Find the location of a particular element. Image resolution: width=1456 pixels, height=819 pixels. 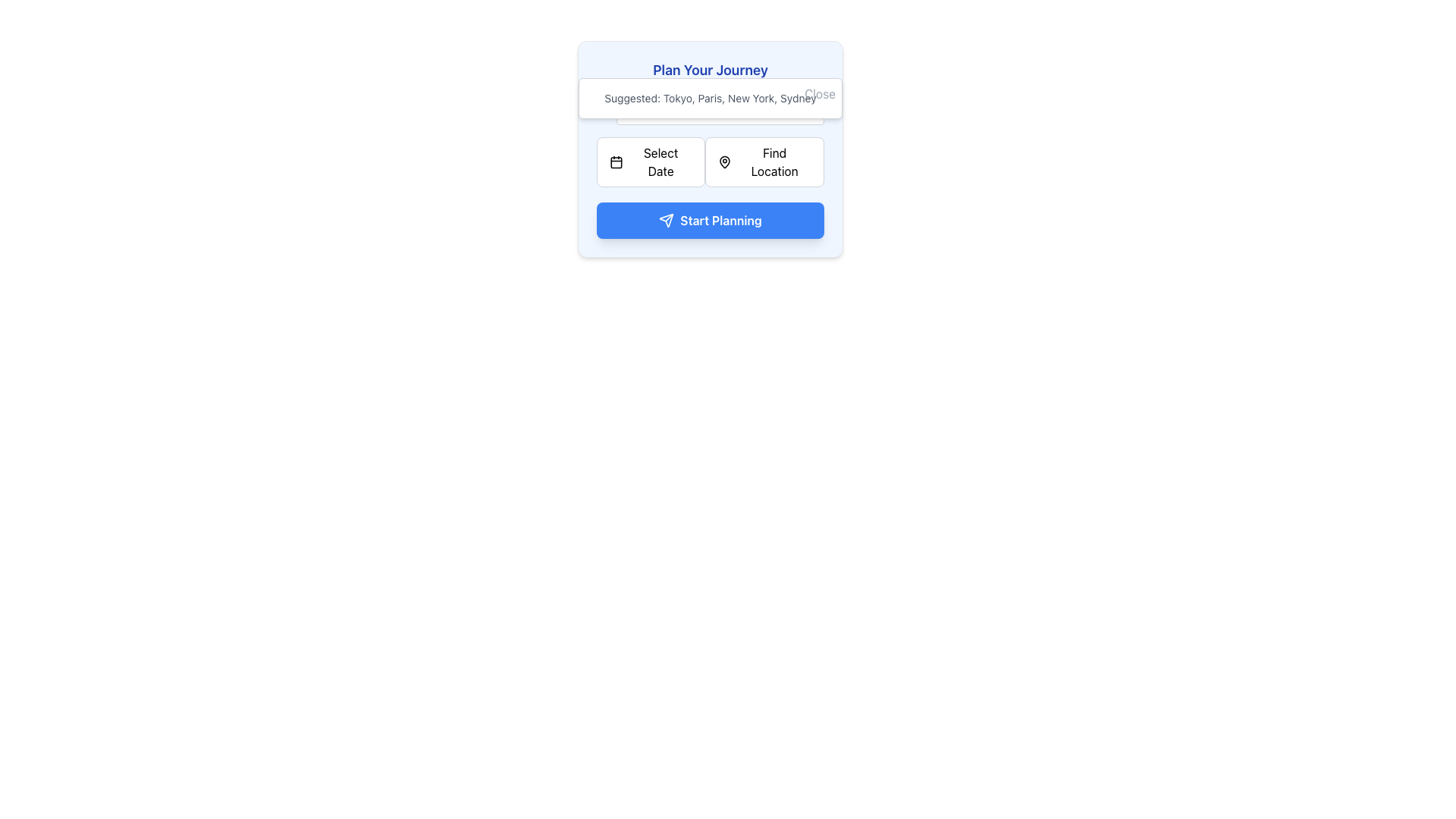

the text label within the button that prompts location selection, positioned next to a location pin icon, below the 'Plan Your Journey' banner and to the right of the 'Select Date' button is located at coordinates (774, 162).